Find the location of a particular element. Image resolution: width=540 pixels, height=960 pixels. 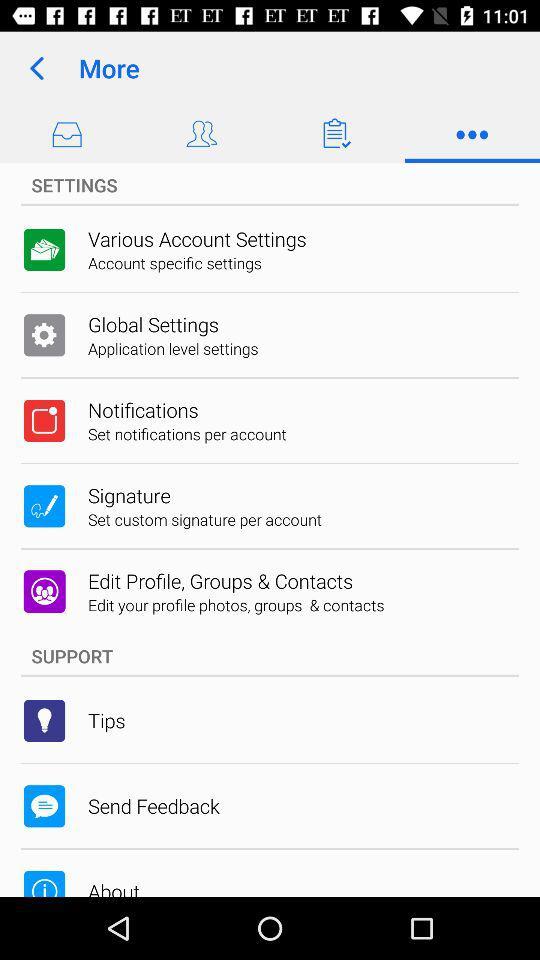

the application level settings item is located at coordinates (173, 348).